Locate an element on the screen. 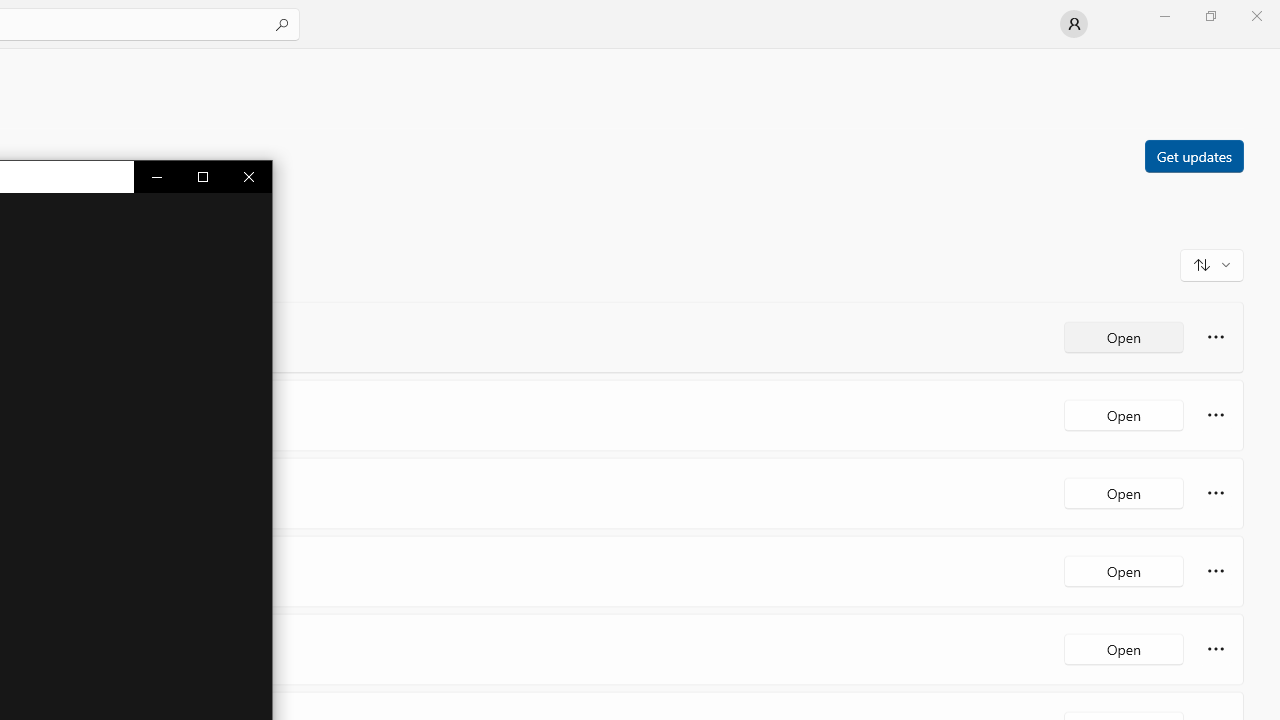 This screenshot has width=1280, height=720. 'Get updates' is located at coordinates (1193, 154).